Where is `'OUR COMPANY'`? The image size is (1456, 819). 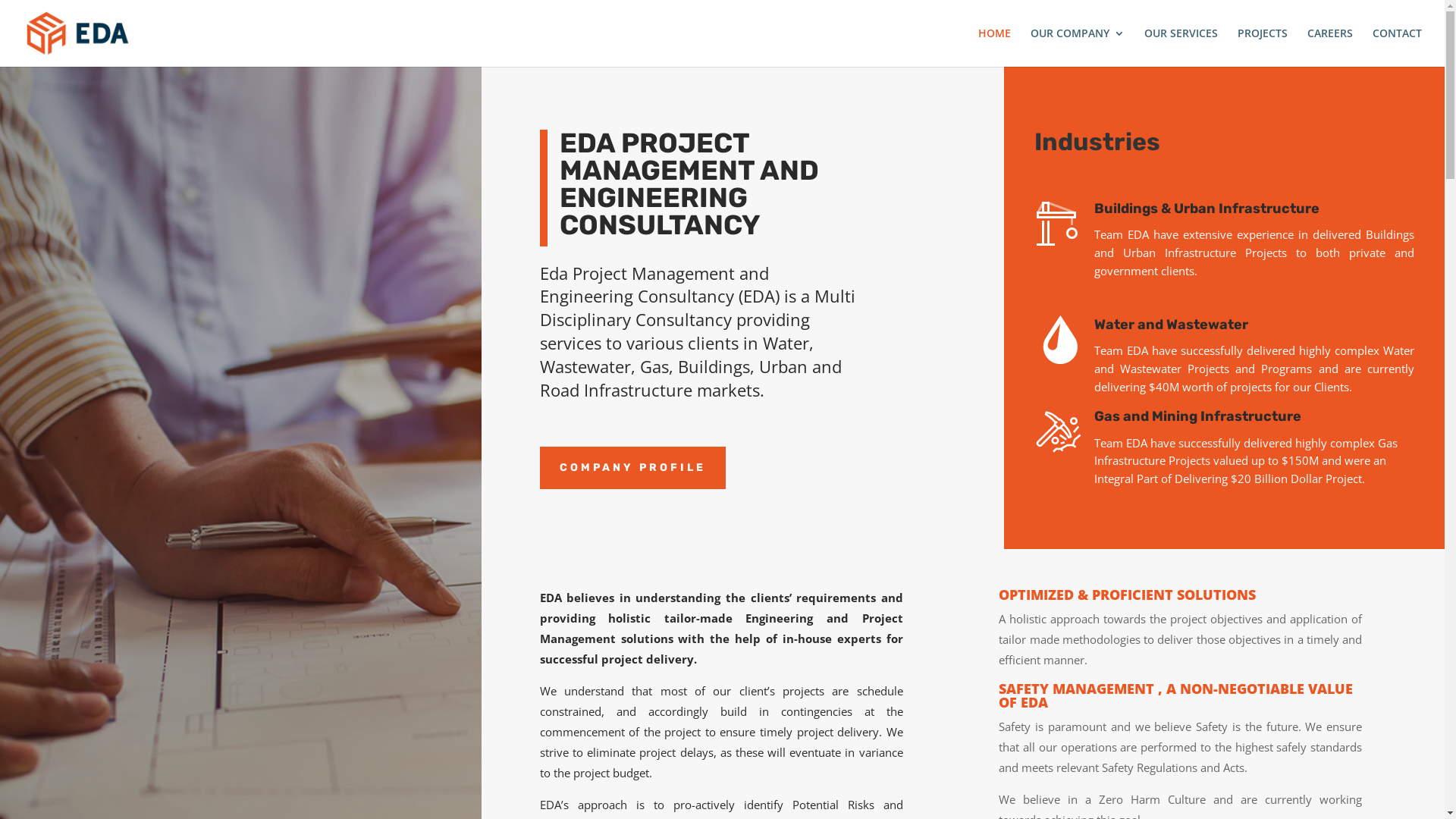
'OUR COMPANY' is located at coordinates (1030, 46).